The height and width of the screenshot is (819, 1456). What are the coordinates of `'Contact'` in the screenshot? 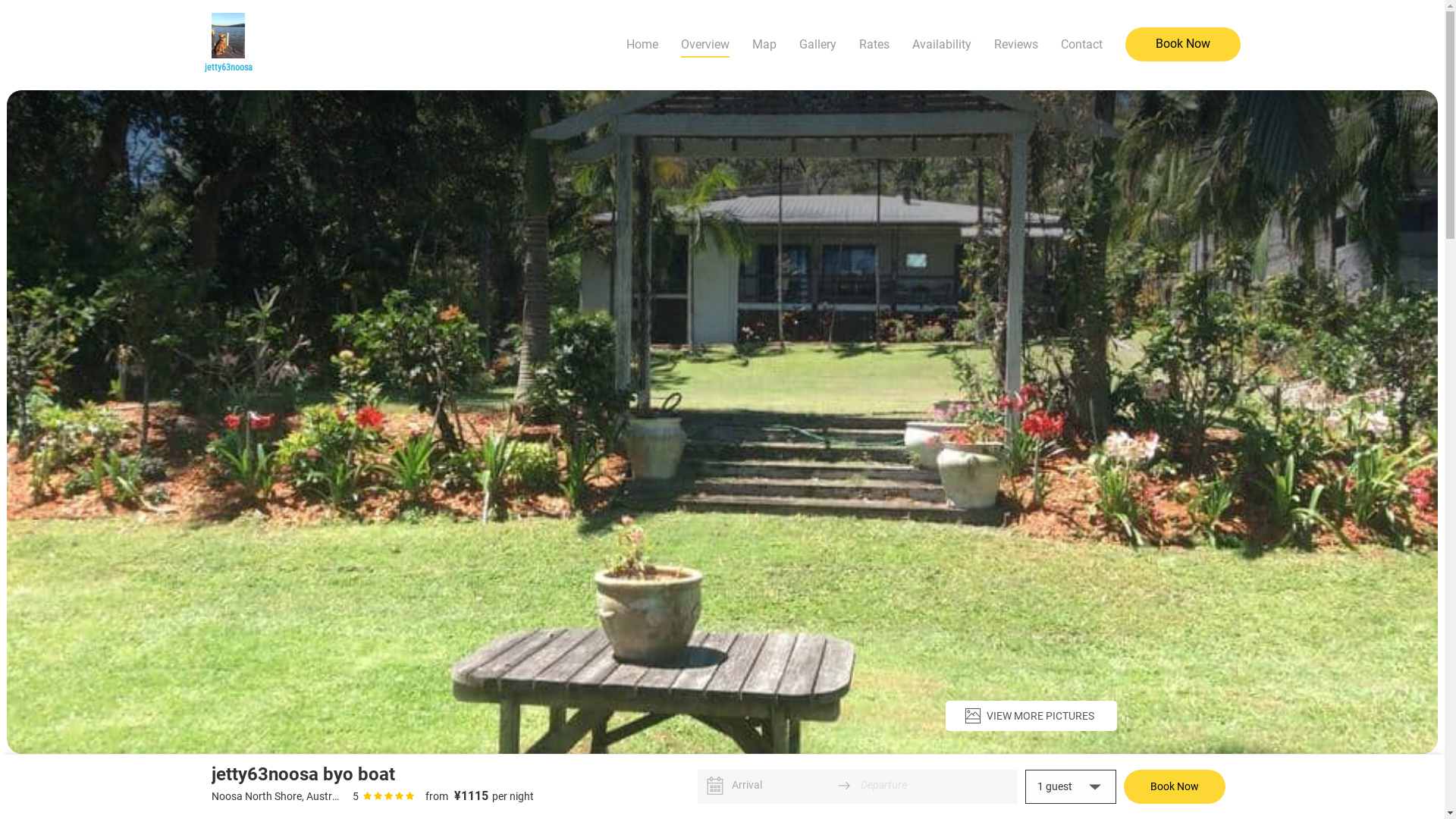 It's located at (1080, 43).